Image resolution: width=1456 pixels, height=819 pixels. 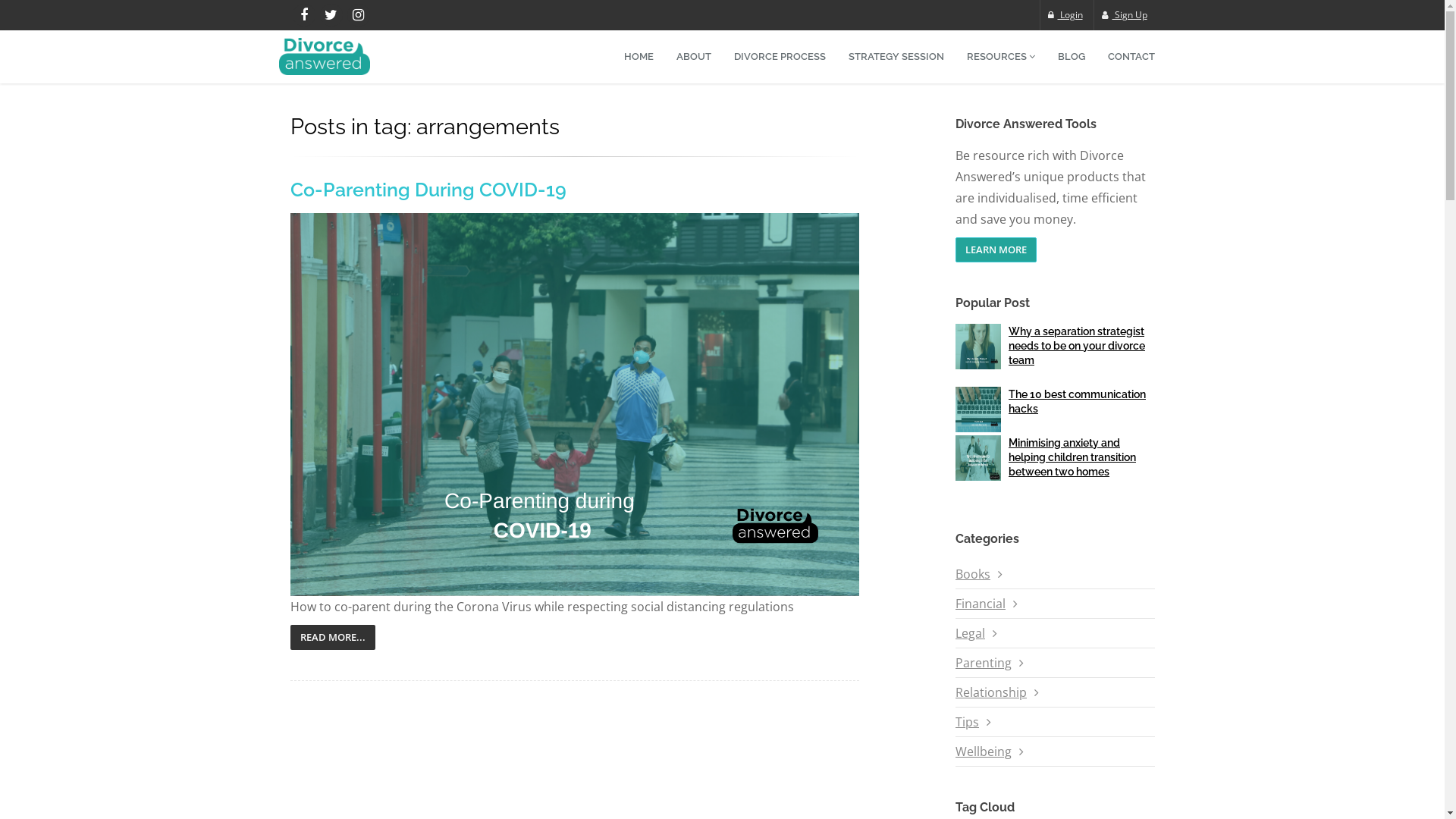 What do you see at coordinates (664, 55) in the screenshot?
I see `'ABOUT'` at bounding box center [664, 55].